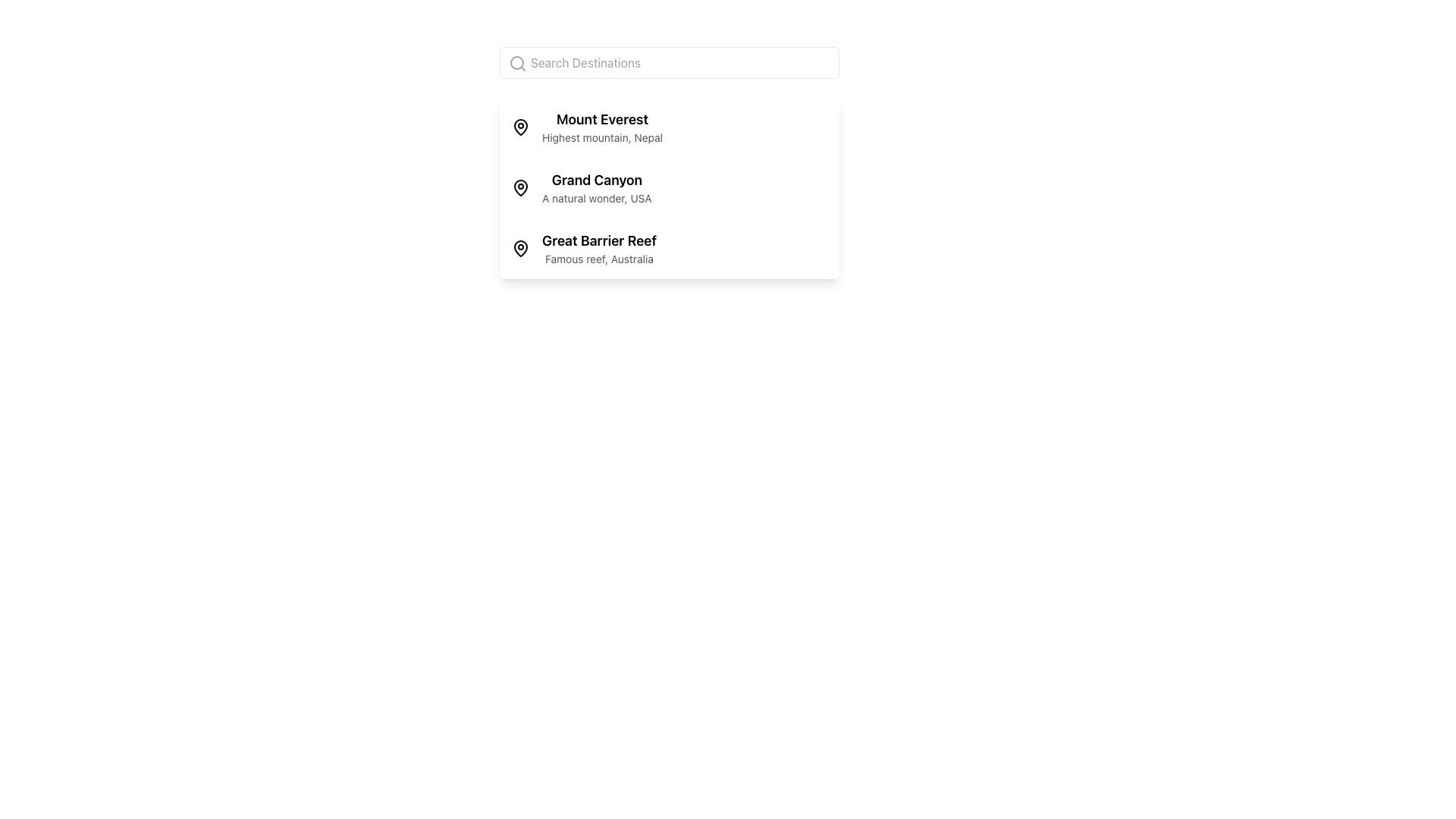 Image resolution: width=1456 pixels, height=819 pixels. Describe the element at coordinates (598, 247) in the screenshot. I see `the Text Label displaying 'Great Barrier Reef' and 'Famous reef, Australia', which is the third item in a vertical list, located to the right of a location icon` at that location.